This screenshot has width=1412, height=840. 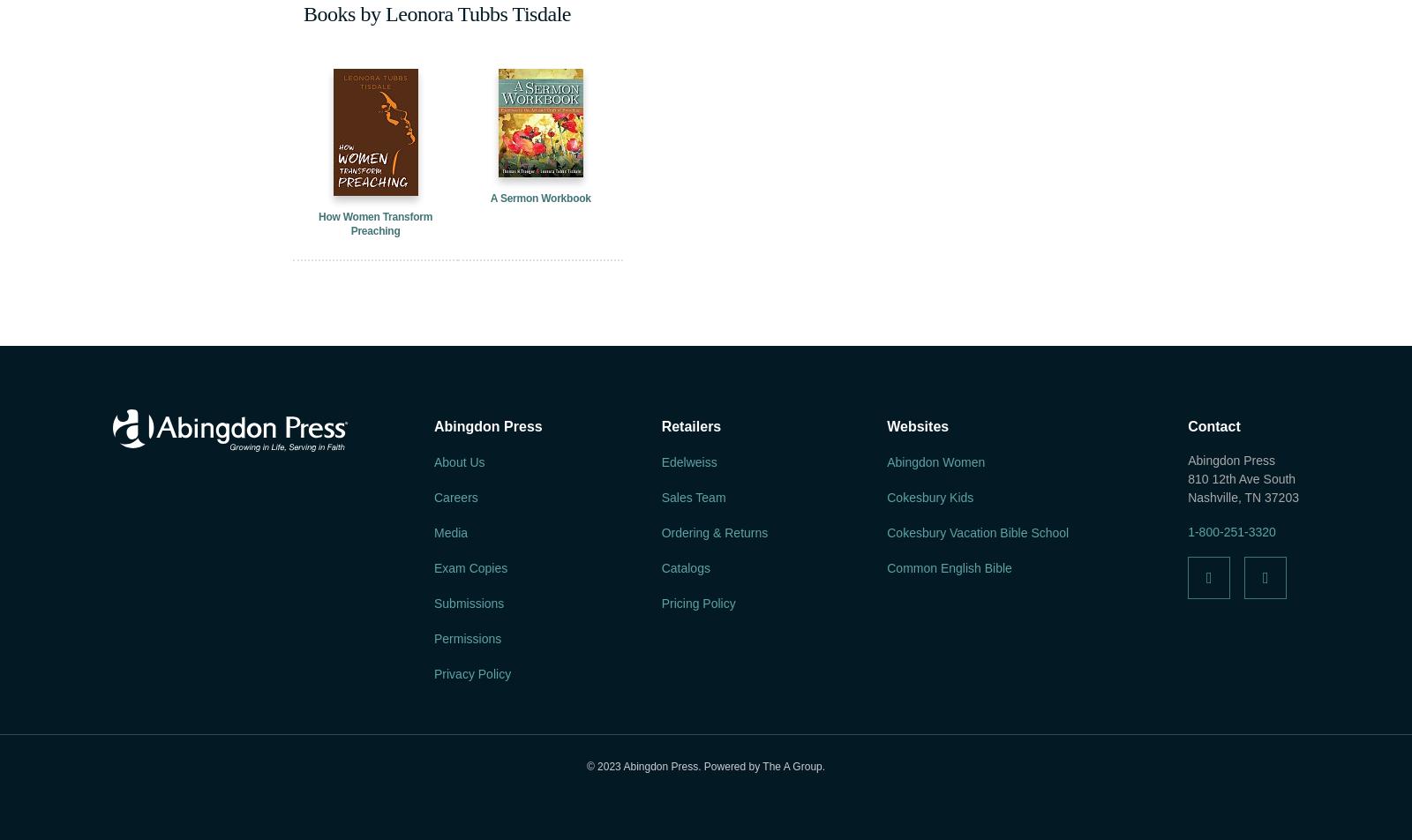 I want to click on 'About Us', so click(x=458, y=461).